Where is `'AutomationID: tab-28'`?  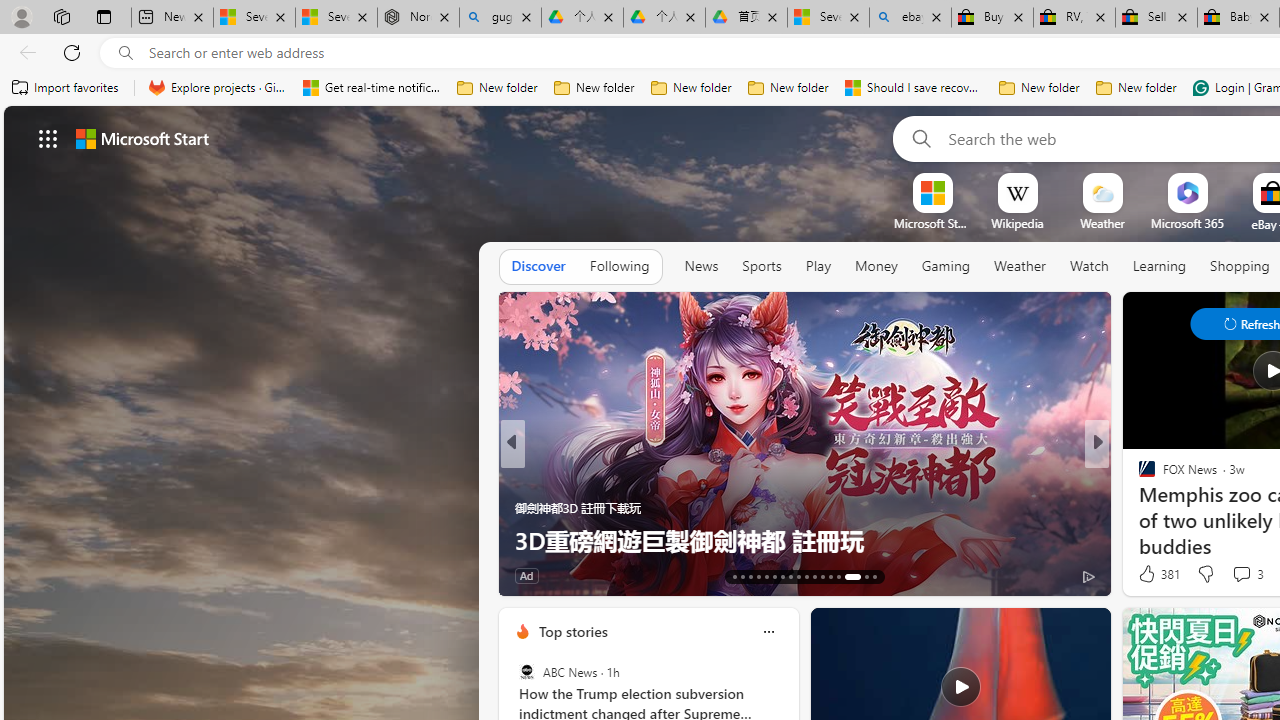
'AutomationID: tab-28' is located at coordinates (860, 577).